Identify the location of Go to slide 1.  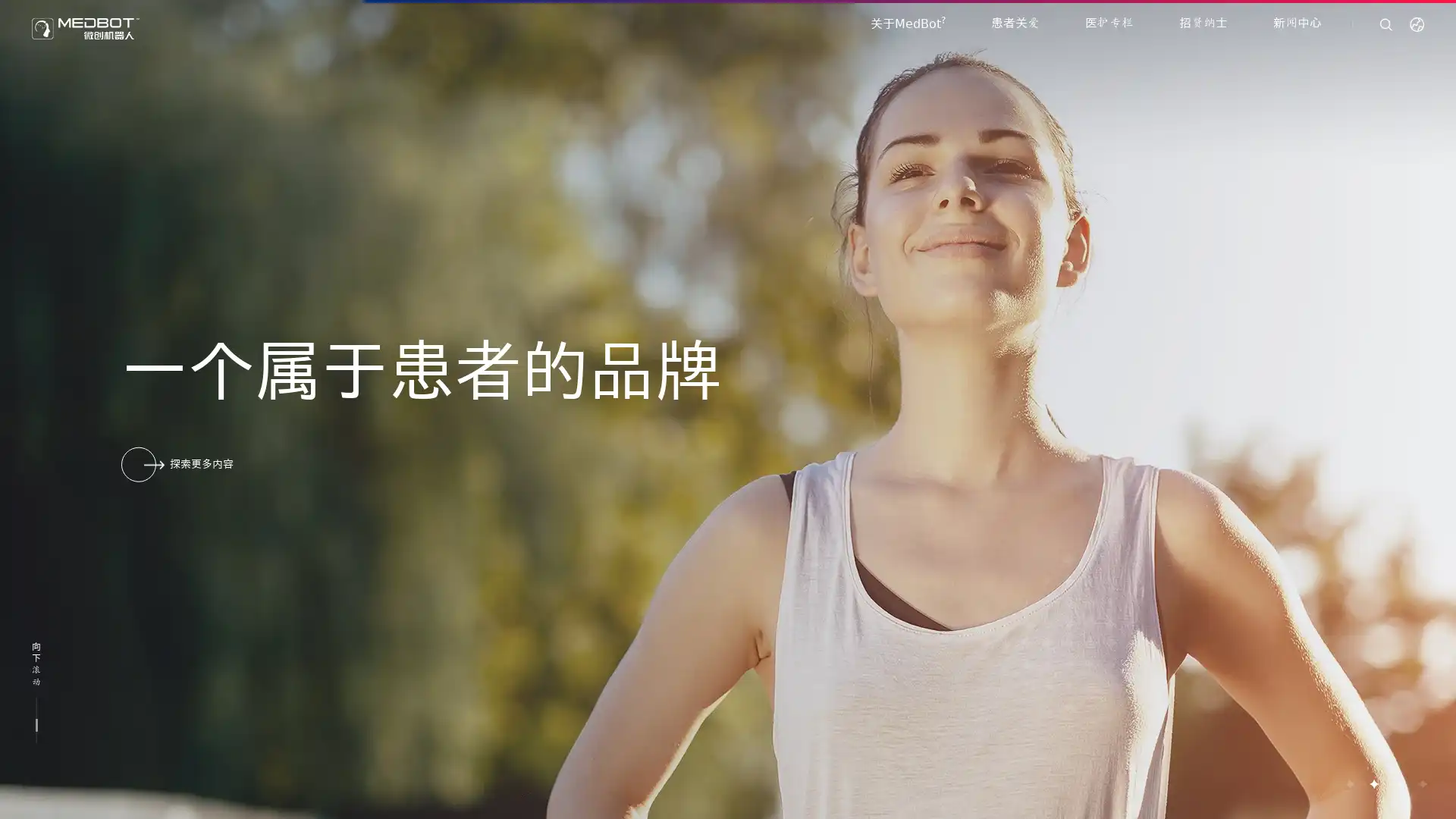
(1349, 783).